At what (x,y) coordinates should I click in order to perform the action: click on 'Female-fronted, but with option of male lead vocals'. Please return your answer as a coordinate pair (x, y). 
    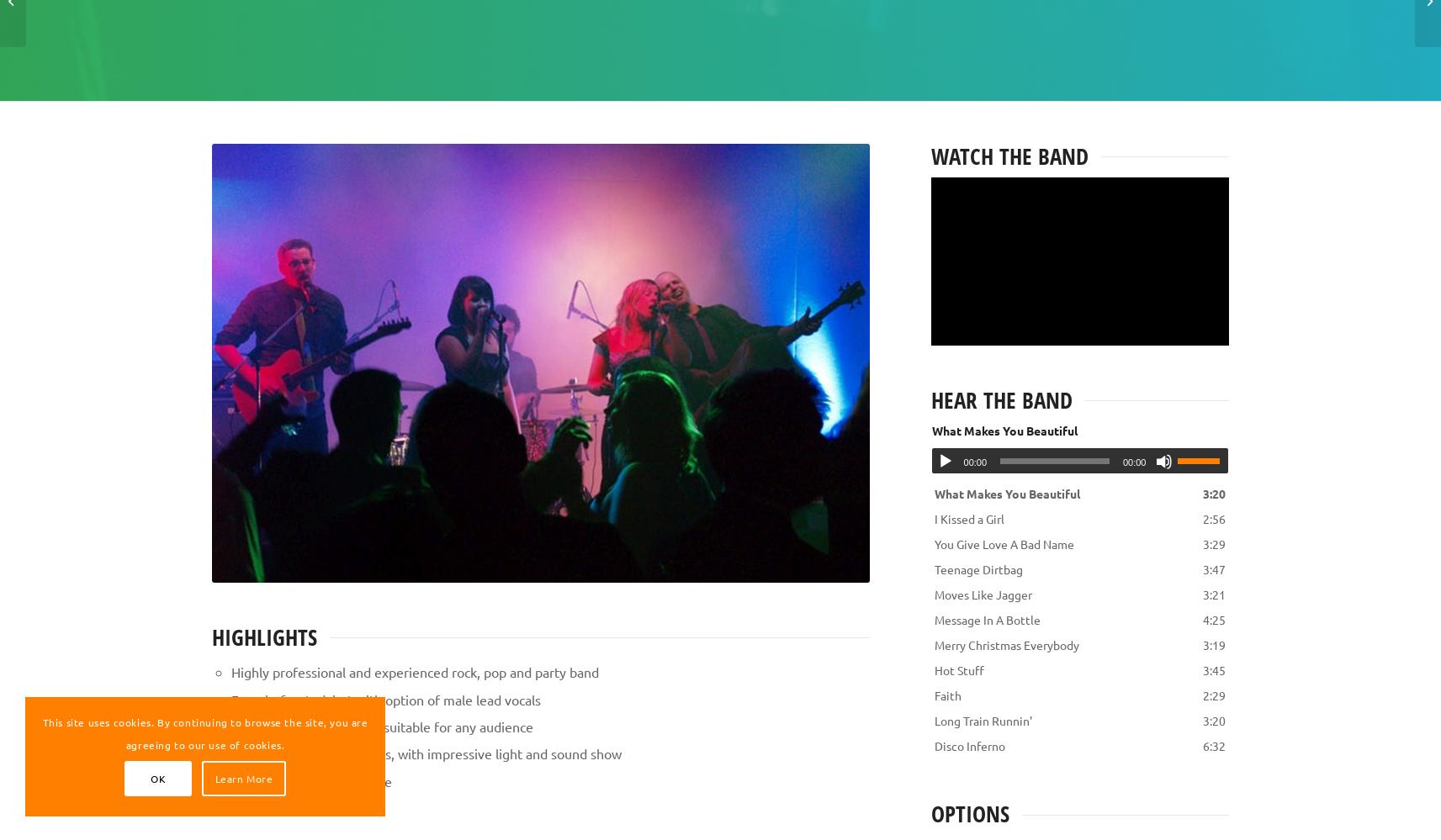
    Looking at the image, I should click on (384, 698).